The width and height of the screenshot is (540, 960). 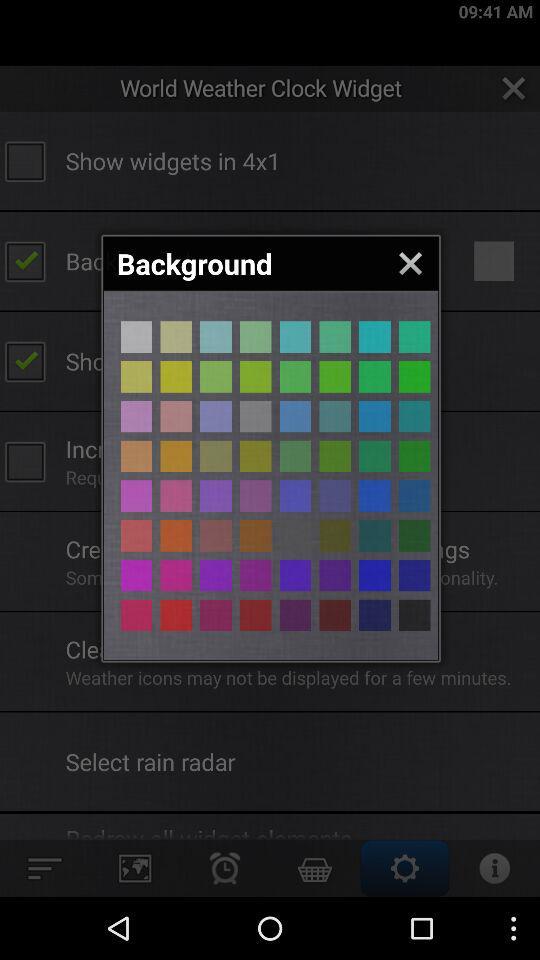 I want to click on background color design, so click(x=413, y=534).